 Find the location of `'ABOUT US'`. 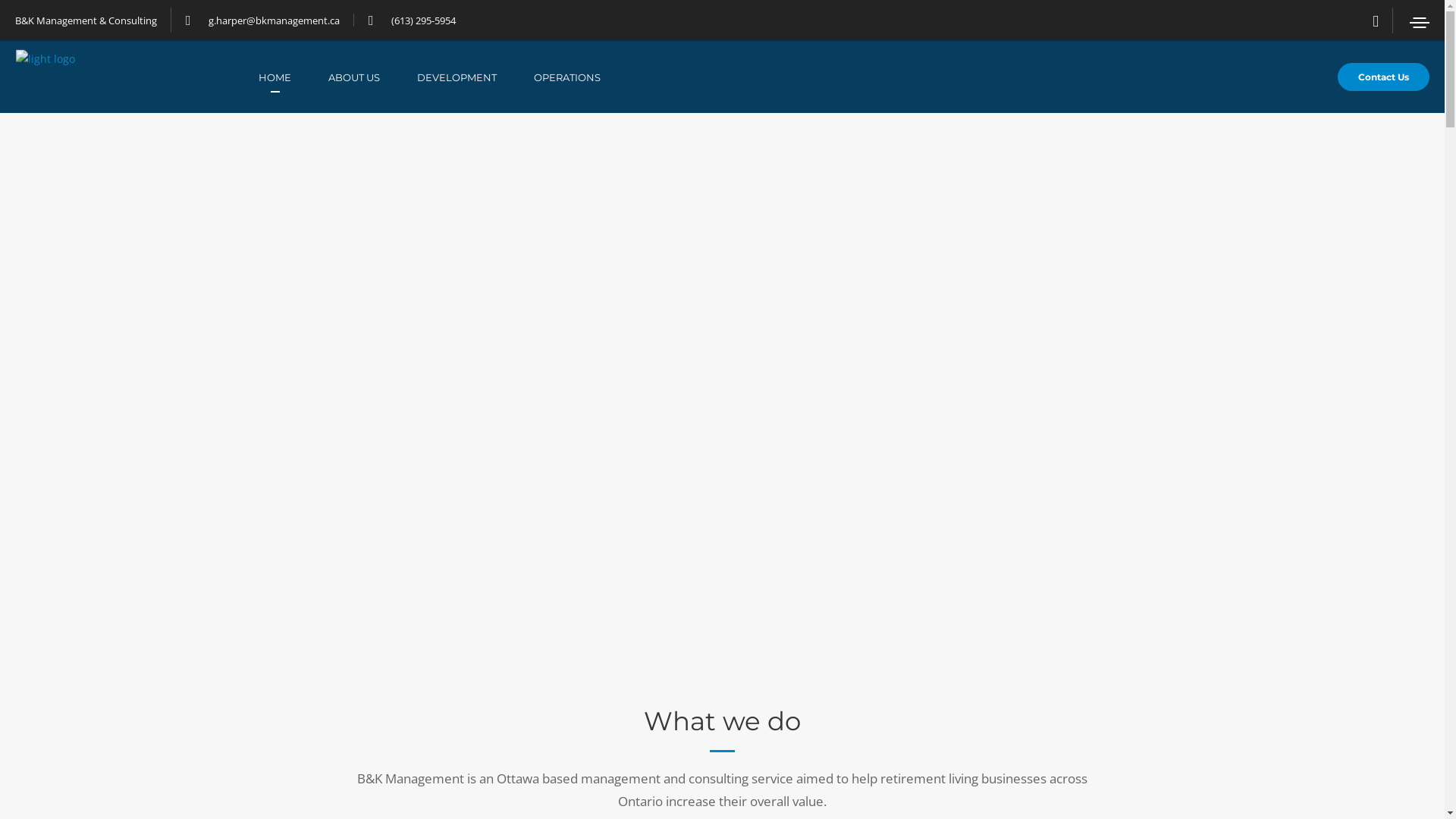

'ABOUT US' is located at coordinates (372, 77).